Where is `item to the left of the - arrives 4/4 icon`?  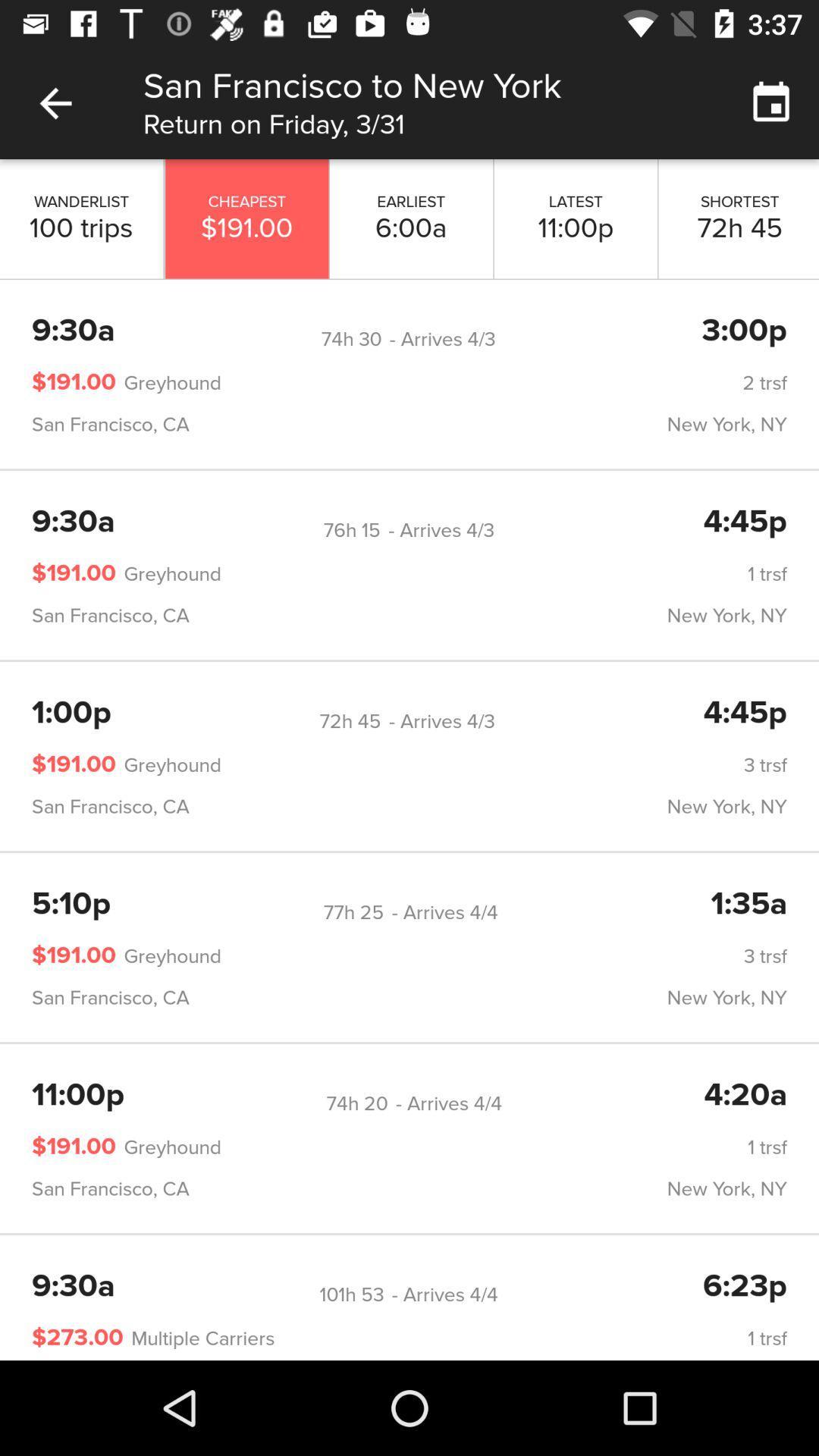
item to the left of the - arrives 4/4 icon is located at coordinates (351, 1294).